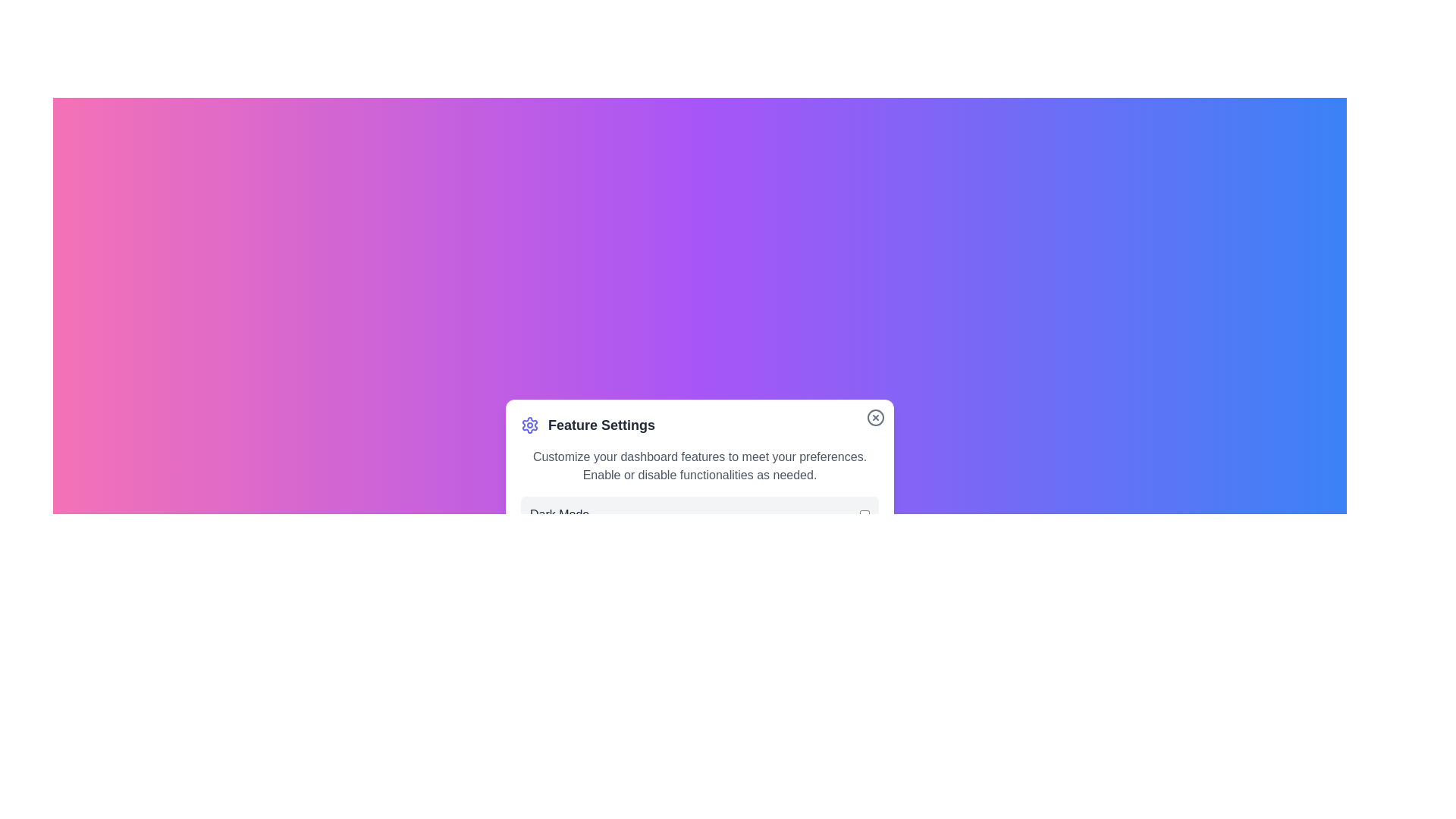 Image resolution: width=1456 pixels, height=819 pixels. What do you see at coordinates (601, 425) in the screenshot?
I see `text content of the 'Feature Settings' label, which is prominently displayed in a large, bold font and is located near the top of a modal, next to a purple gear icon` at bounding box center [601, 425].